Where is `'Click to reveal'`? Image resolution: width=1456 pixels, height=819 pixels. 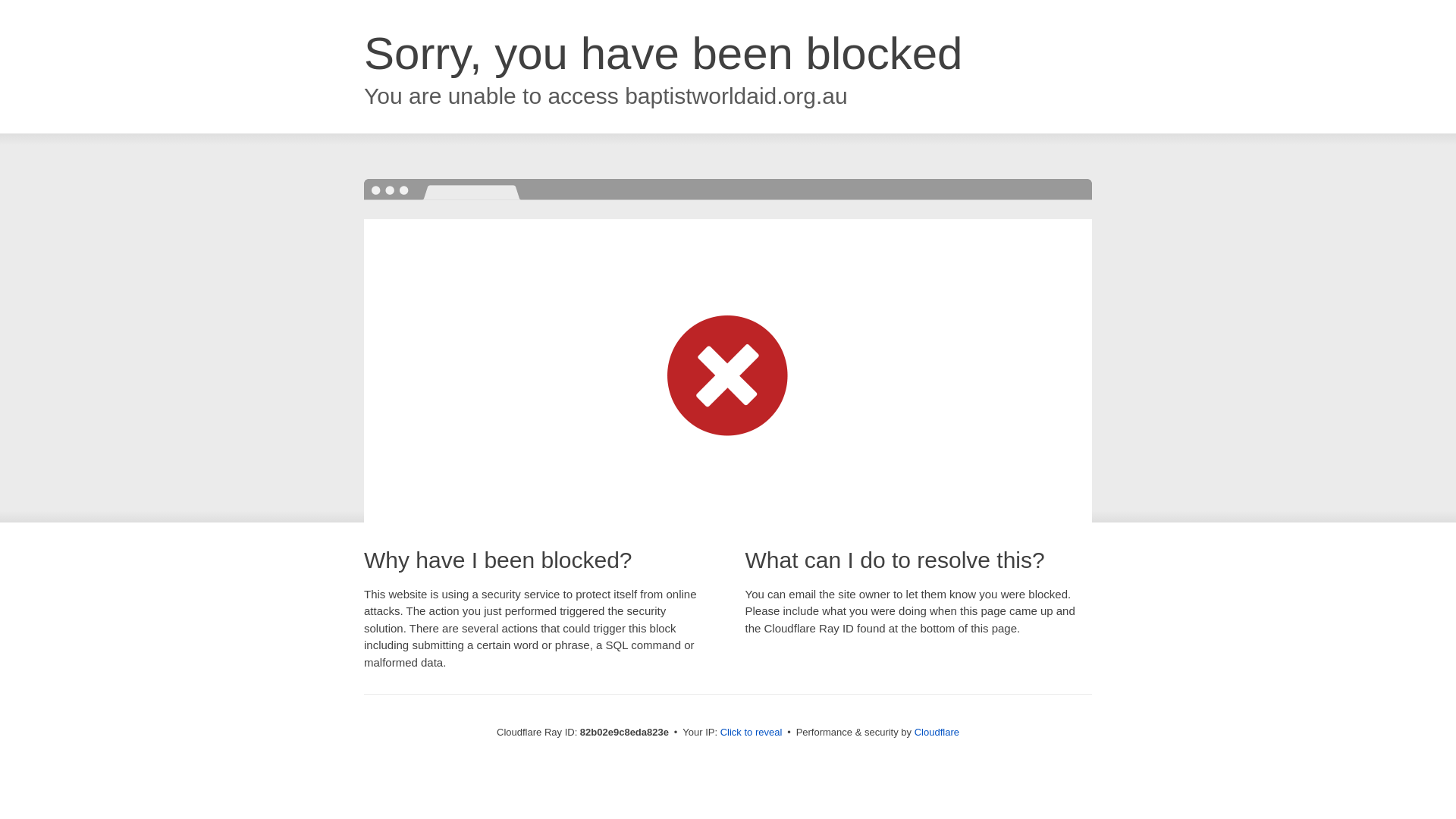 'Click to reveal' is located at coordinates (751, 731).